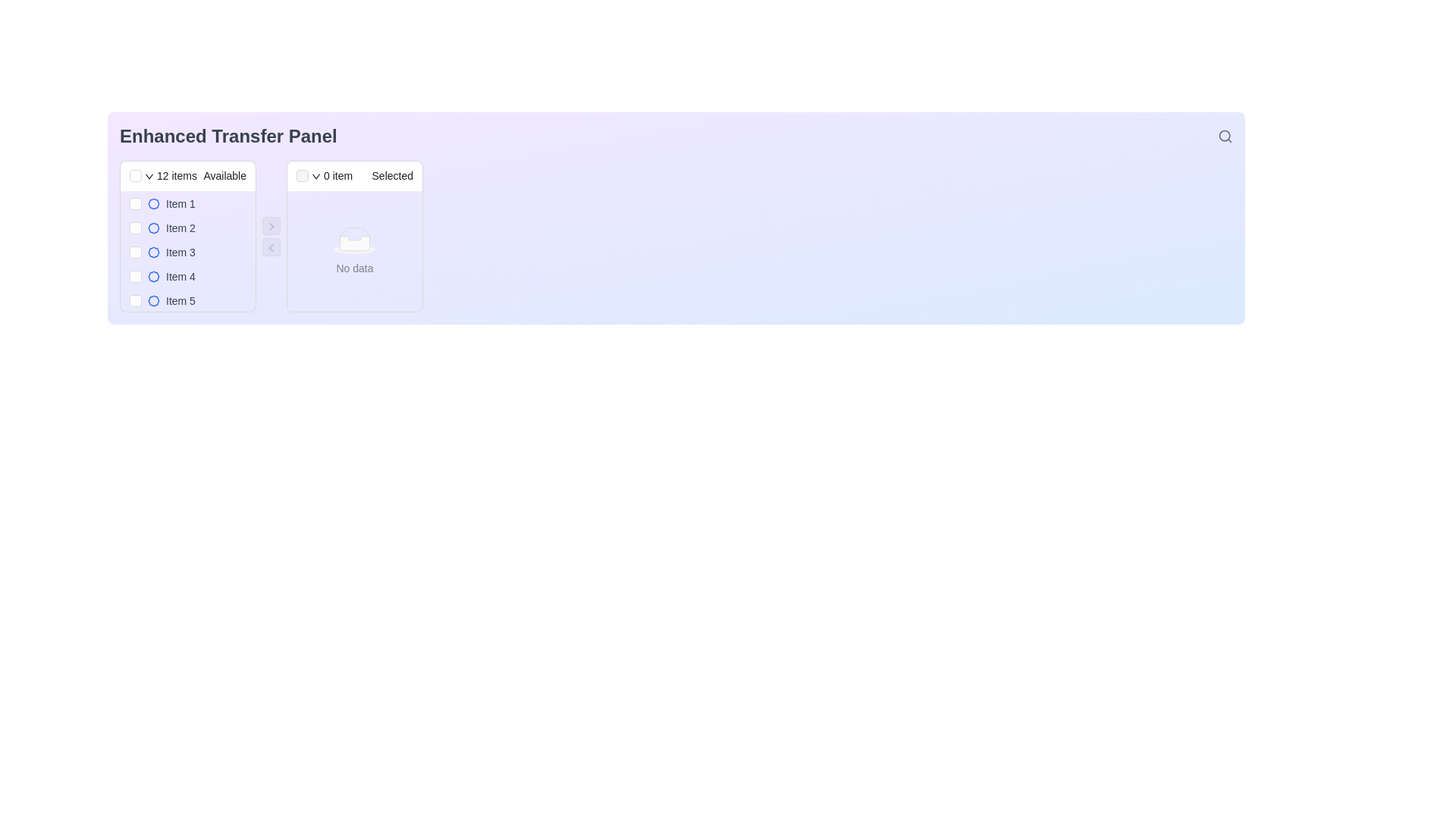 The image size is (1456, 819). I want to click on the checkbox for 'Item 4' in the 'Available' column, so click(135, 277).